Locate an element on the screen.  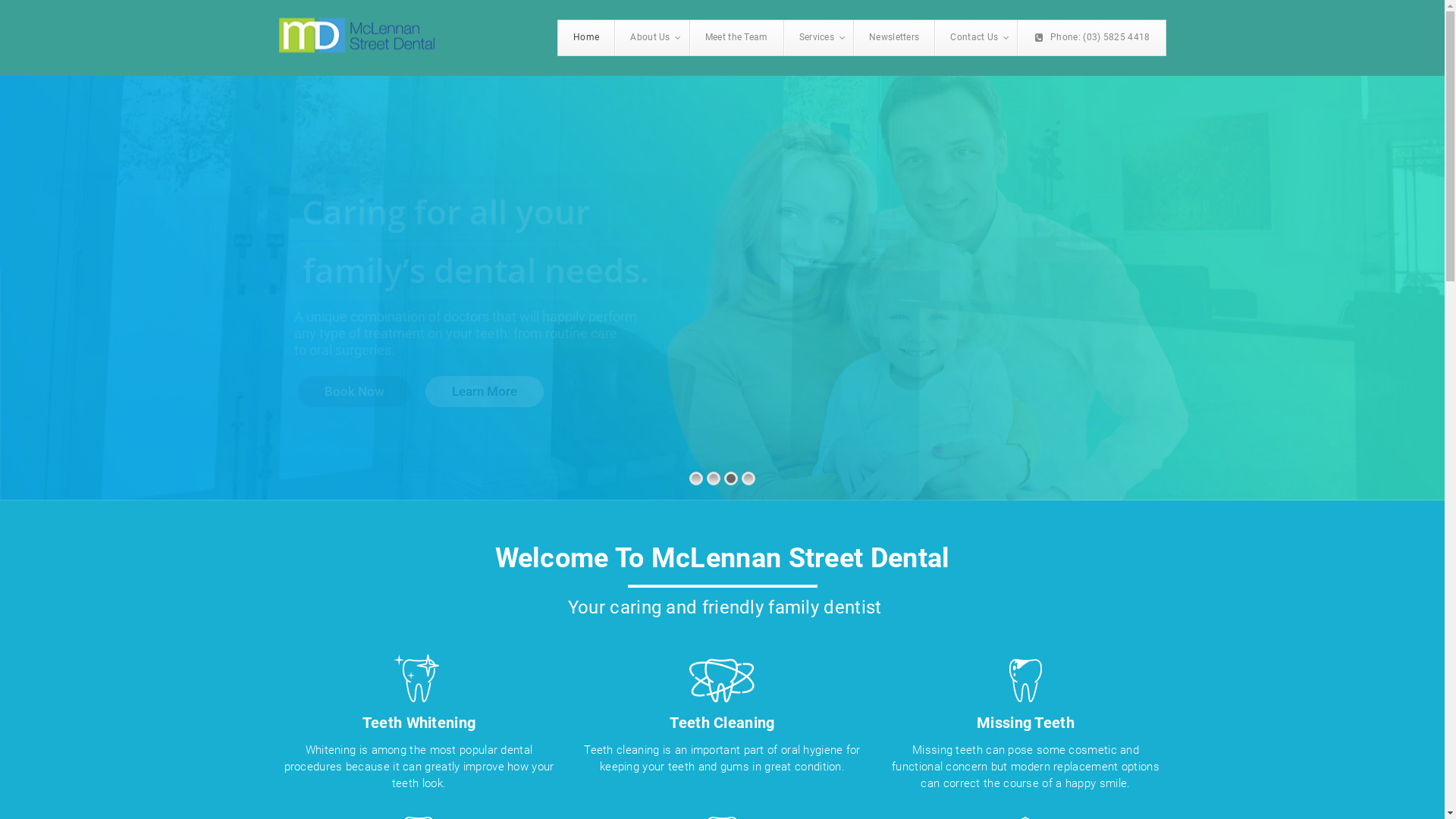
'Services' is located at coordinates (817, 37).